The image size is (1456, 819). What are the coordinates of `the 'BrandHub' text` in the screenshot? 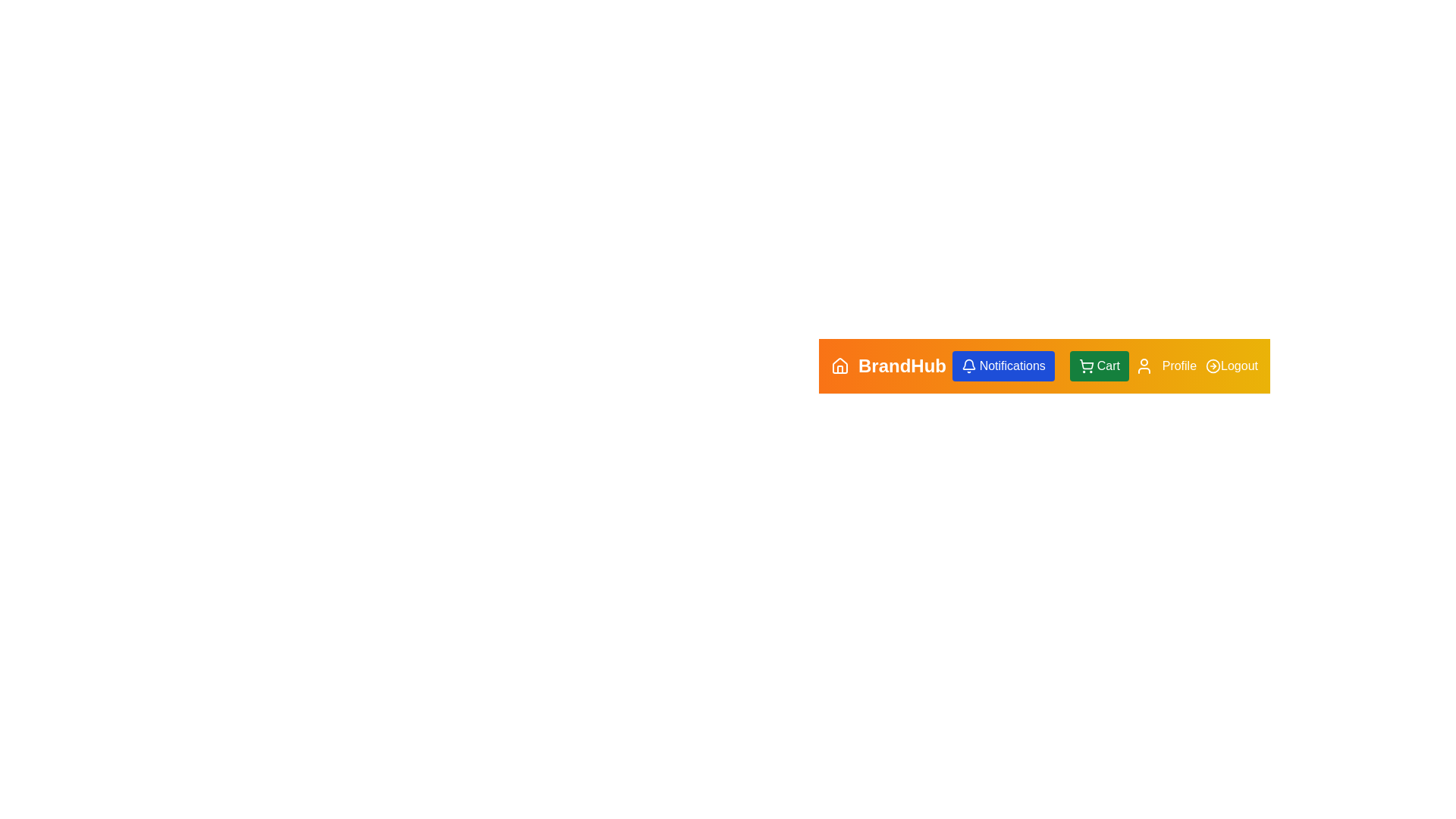 It's located at (888, 366).